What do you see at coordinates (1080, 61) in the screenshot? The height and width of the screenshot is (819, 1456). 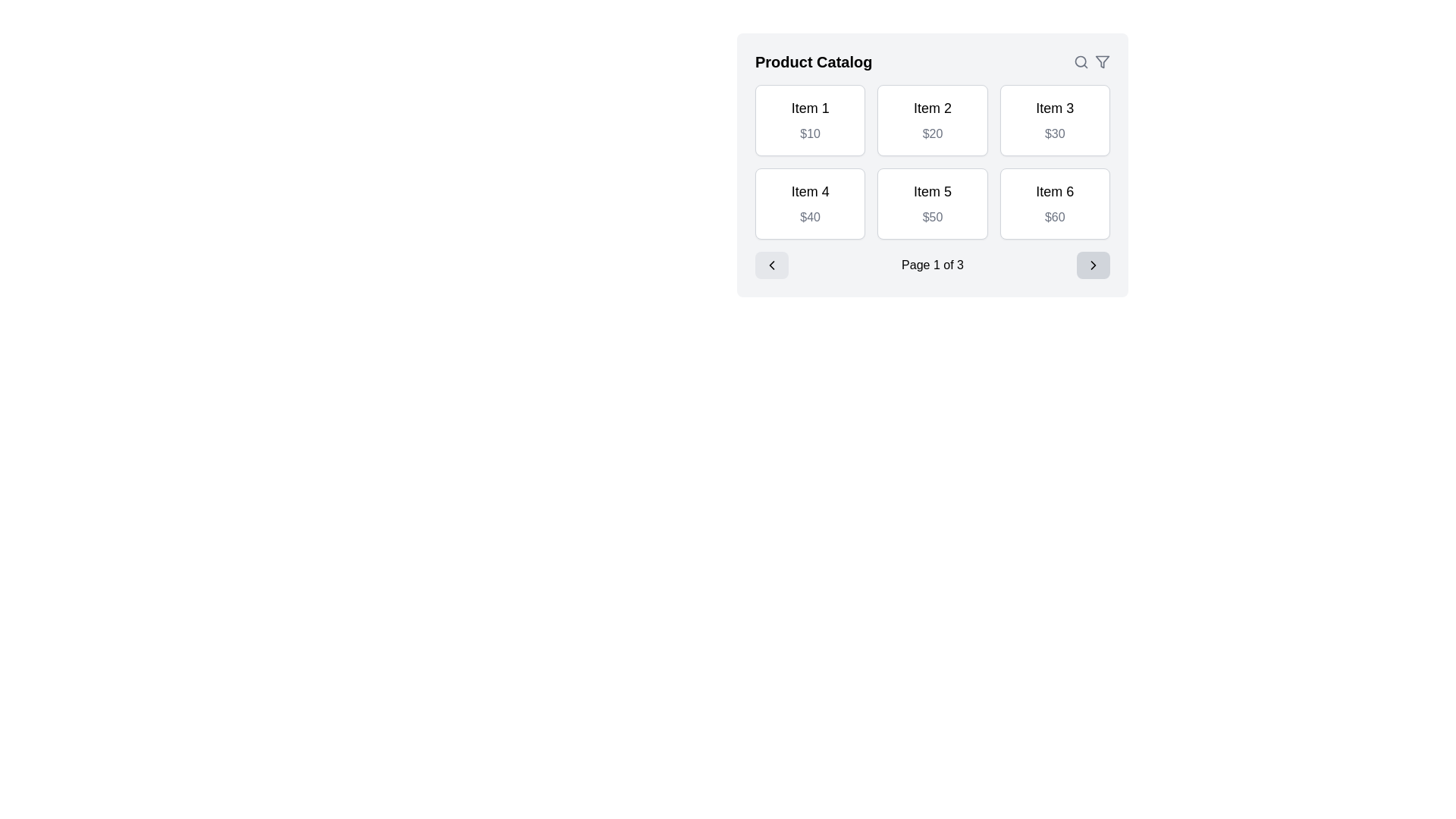 I see `the inner circular element of the magnifying glass search icon located in the upper-right corner of the UI` at bounding box center [1080, 61].